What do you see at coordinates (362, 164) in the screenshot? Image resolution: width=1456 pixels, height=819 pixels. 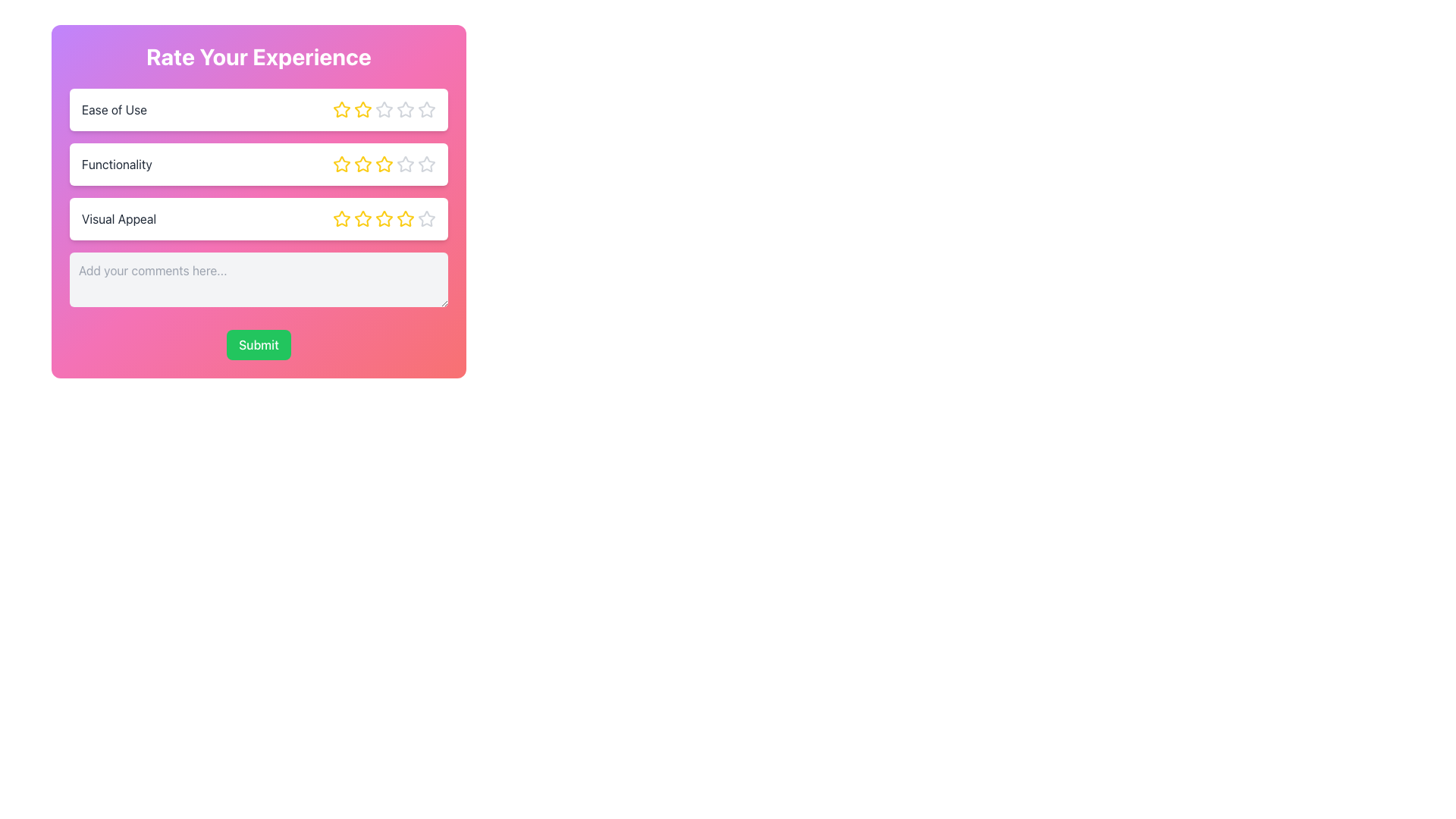 I see `the second hollow yellow star icon in the Functionality rating section of the rating system` at bounding box center [362, 164].